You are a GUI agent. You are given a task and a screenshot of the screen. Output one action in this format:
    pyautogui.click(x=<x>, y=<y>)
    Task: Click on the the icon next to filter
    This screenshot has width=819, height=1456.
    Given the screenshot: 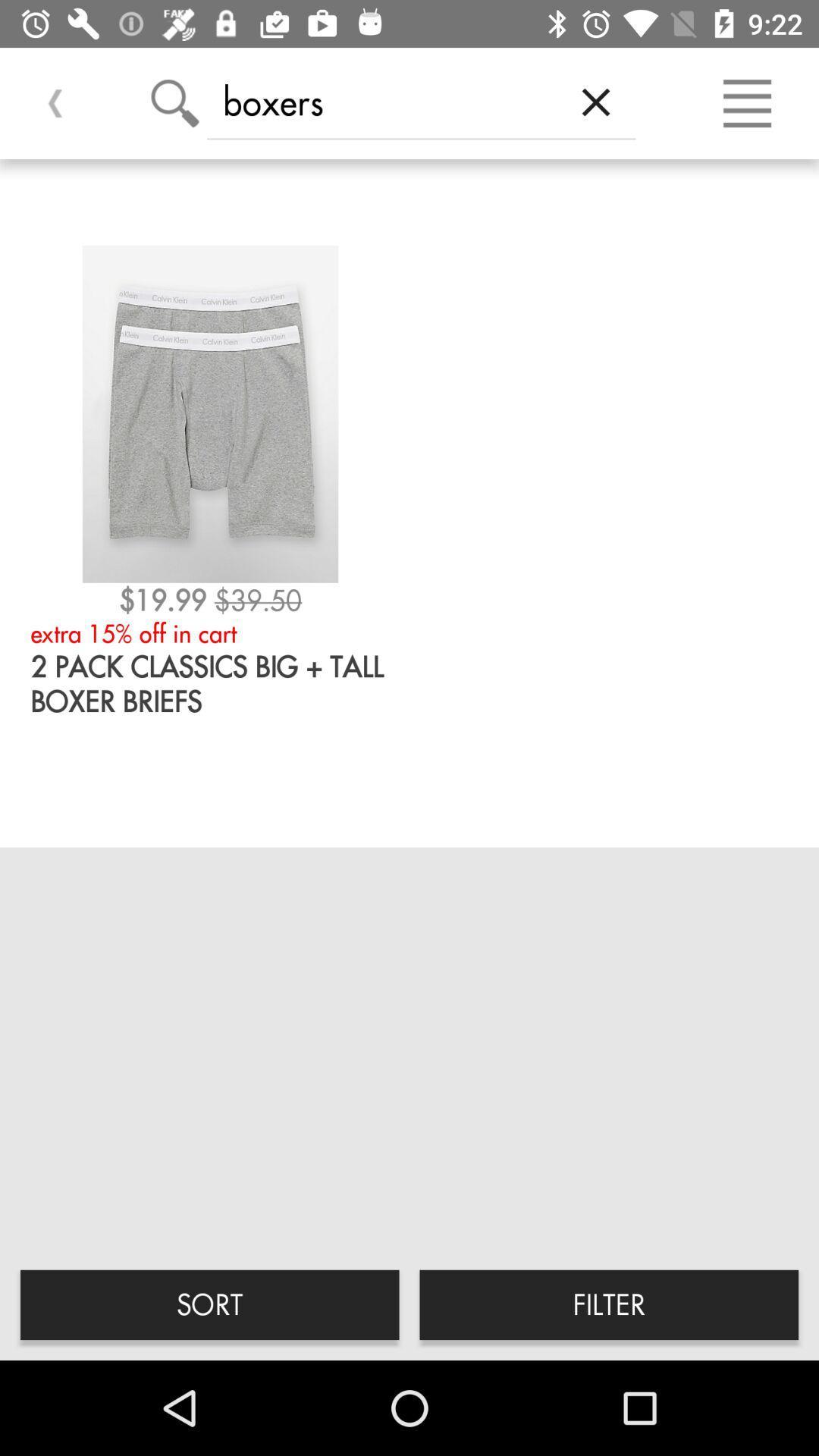 What is the action you would take?
    pyautogui.click(x=209, y=1304)
    